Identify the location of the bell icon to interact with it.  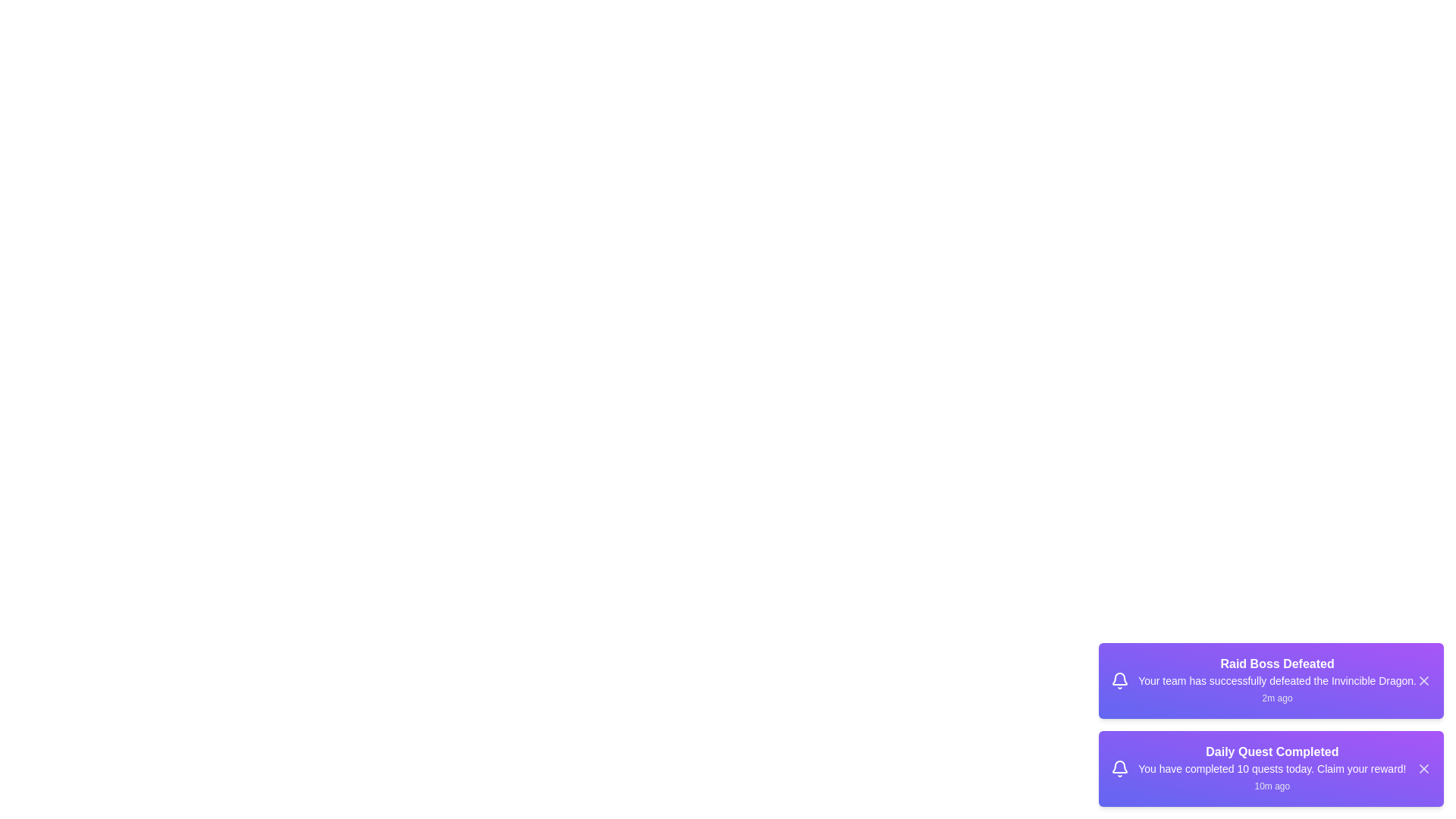
(1120, 680).